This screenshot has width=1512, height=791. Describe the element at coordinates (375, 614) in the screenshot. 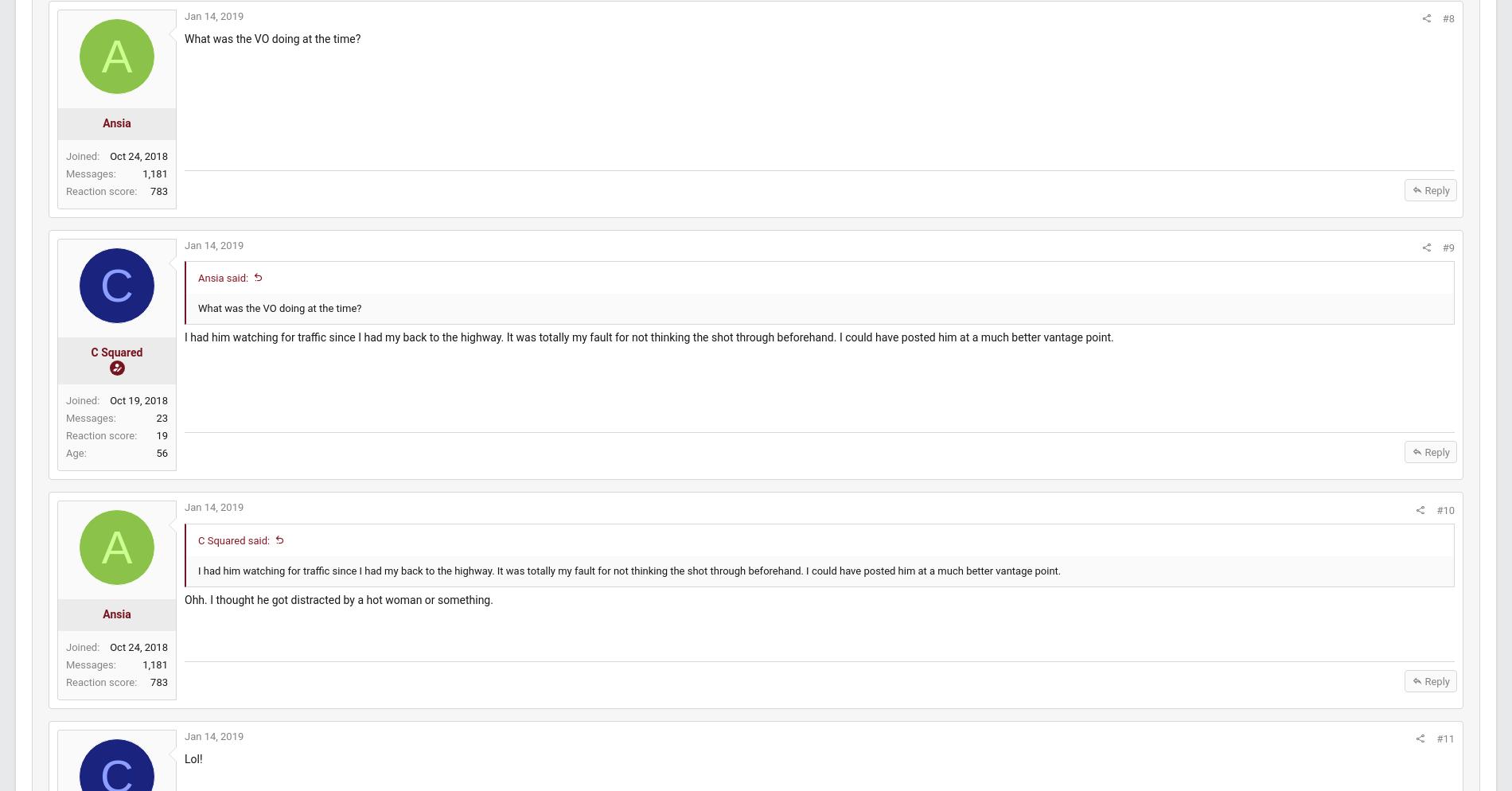

I see `'Ohh. I thought he got distracted by a hot woman or something.'` at that location.